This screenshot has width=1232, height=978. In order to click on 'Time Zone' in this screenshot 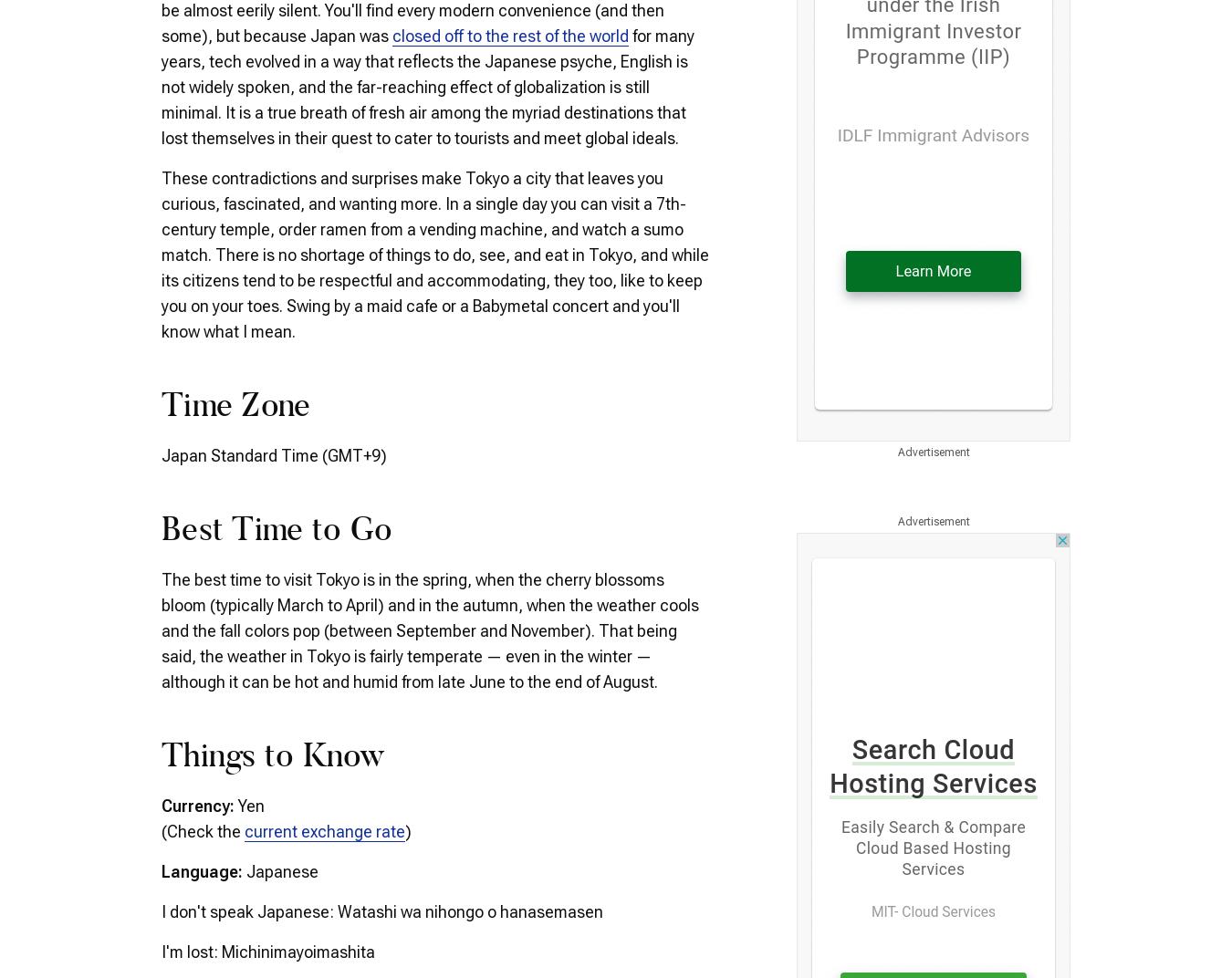, I will do `click(161, 407)`.